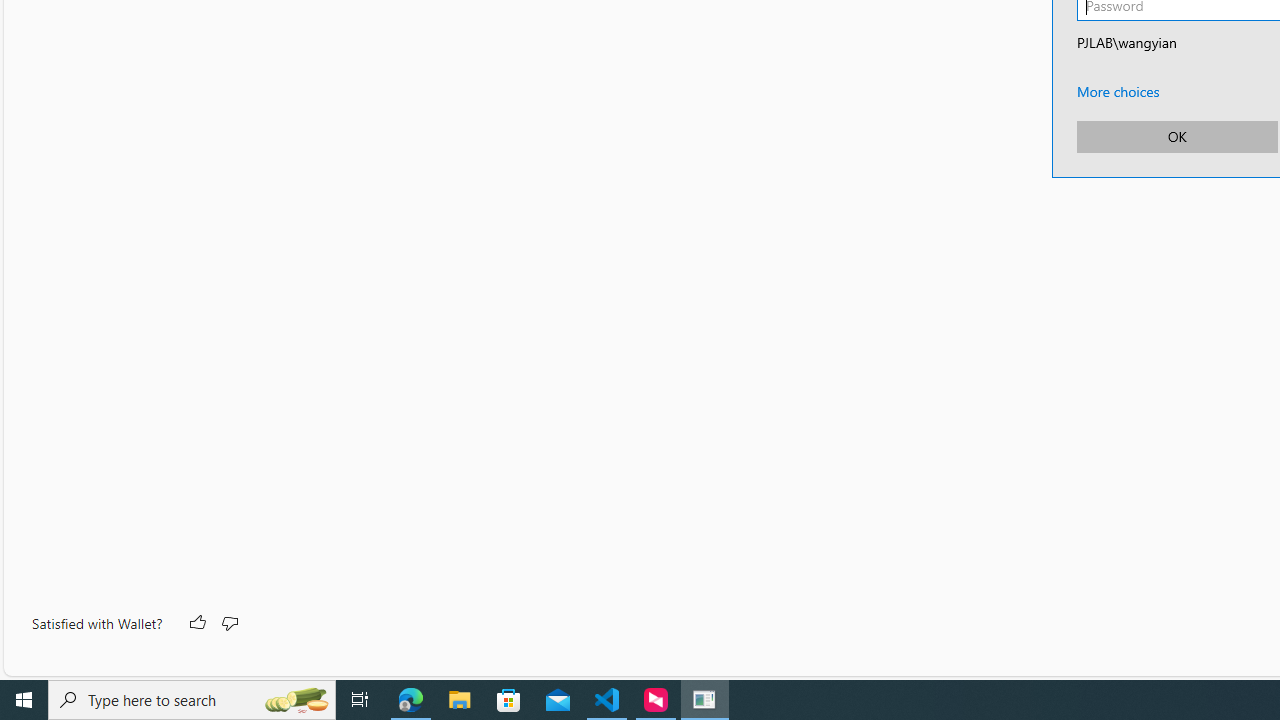 Image resolution: width=1280 pixels, height=720 pixels. I want to click on 'File Explorer', so click(459, 698).